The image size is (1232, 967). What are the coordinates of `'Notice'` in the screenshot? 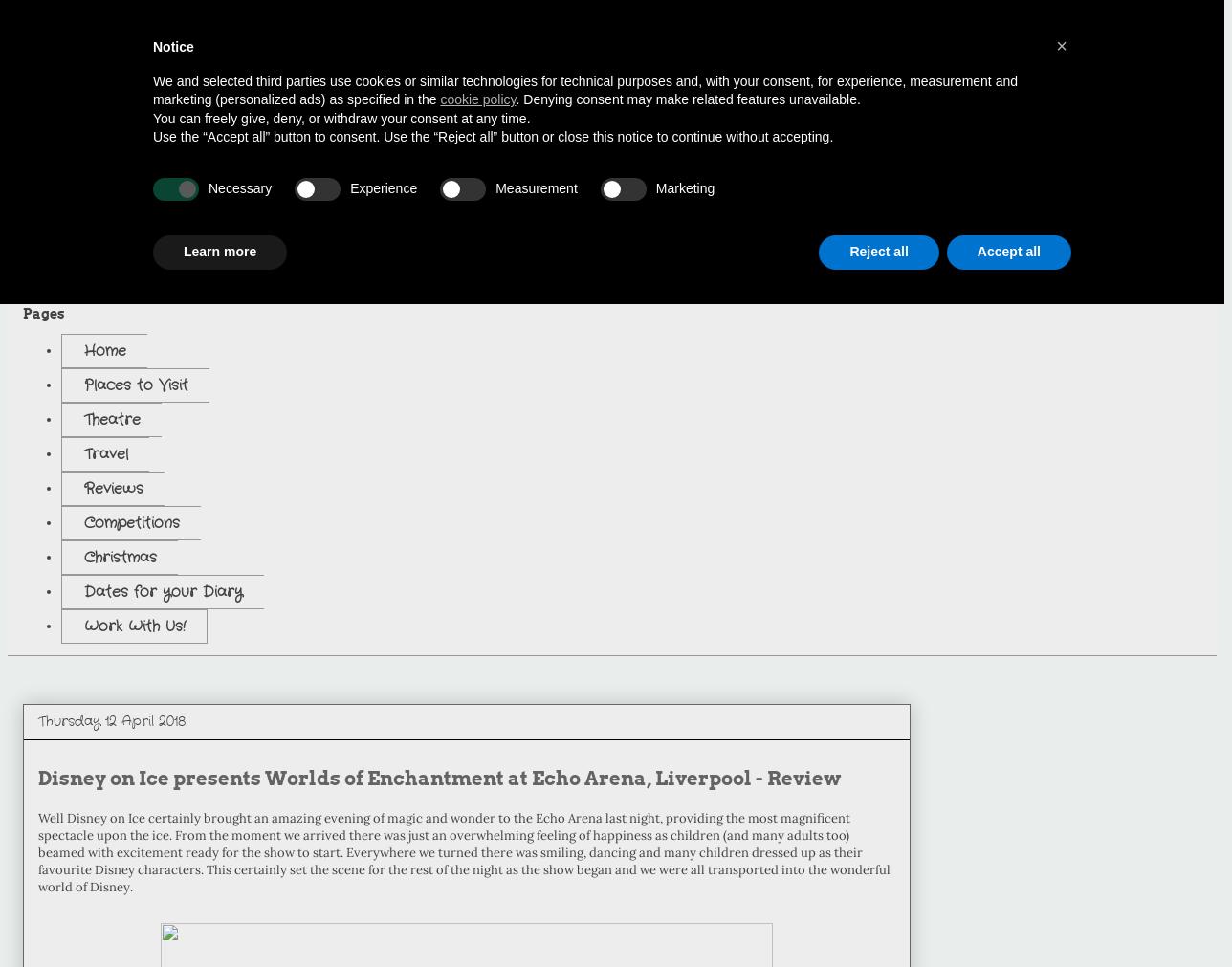 It's located at (171, 46).